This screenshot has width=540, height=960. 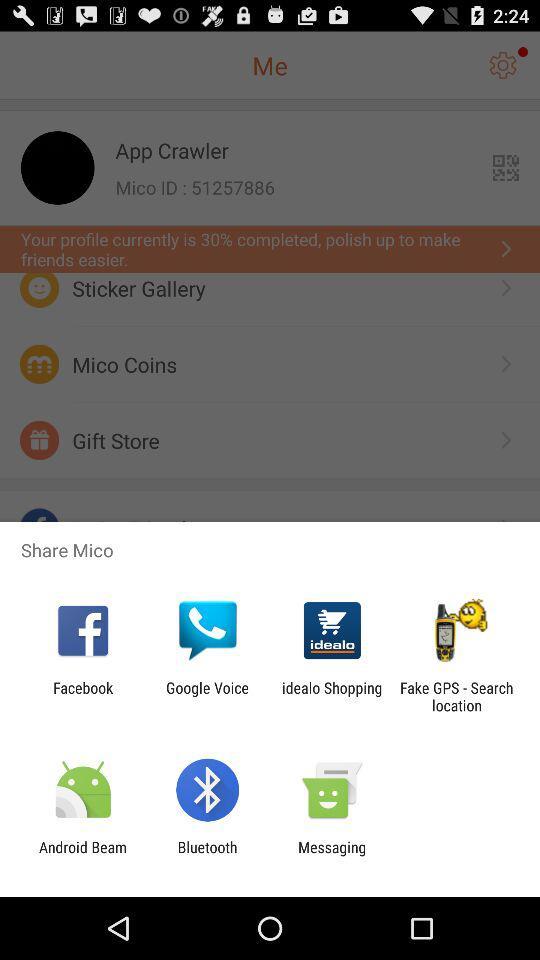 I want to click on the messaging item, so click(x=332, y=855).